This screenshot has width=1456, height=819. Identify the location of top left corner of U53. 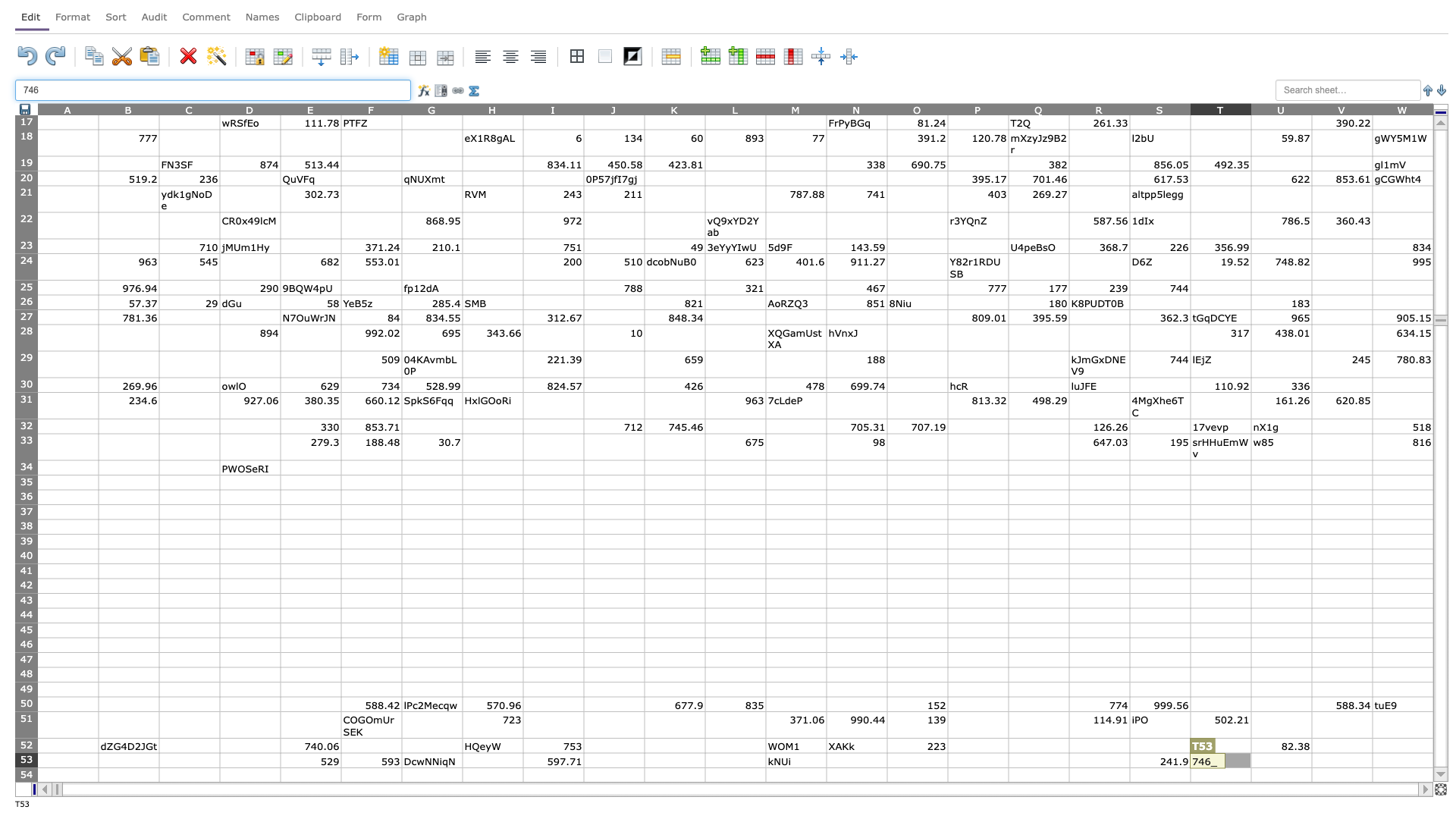
(1251, 752).